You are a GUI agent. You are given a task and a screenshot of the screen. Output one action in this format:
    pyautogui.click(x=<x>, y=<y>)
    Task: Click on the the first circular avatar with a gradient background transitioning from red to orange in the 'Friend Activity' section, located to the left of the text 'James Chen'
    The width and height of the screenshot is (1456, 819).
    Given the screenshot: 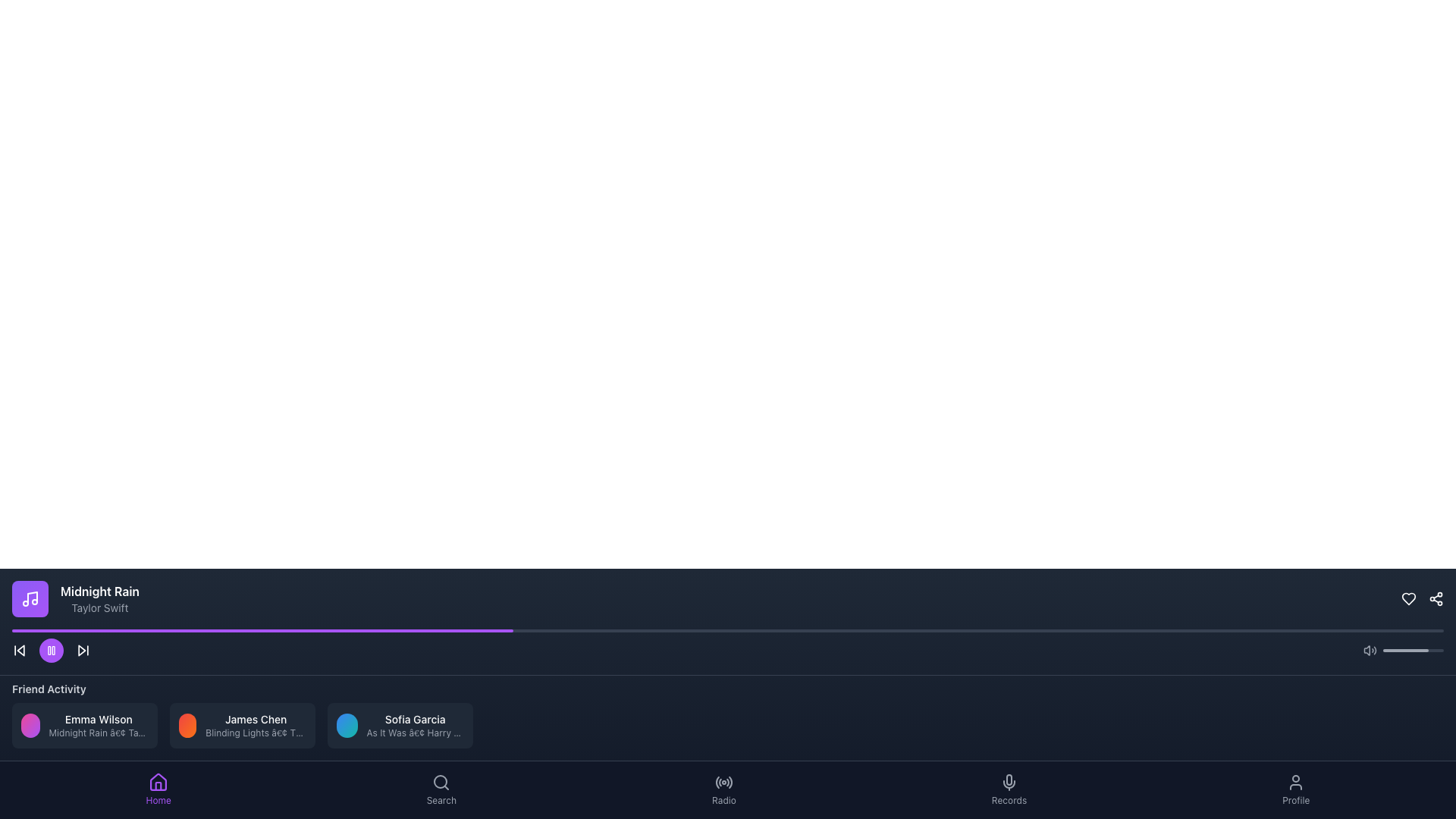 What is the action you would take?
    pyautogui.click(x=187, y=724)
    